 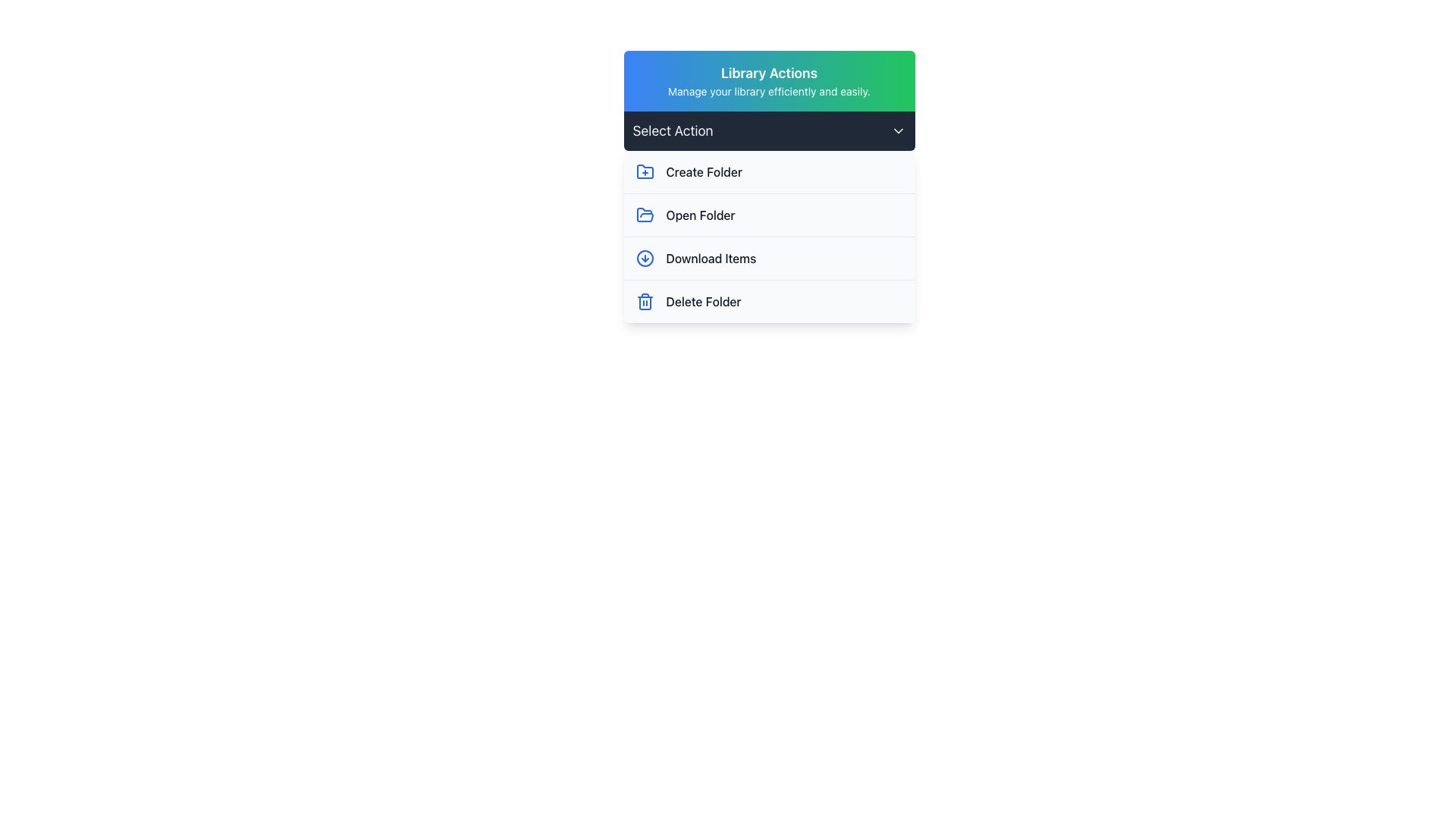 I want to click on the Text label that triggers the download functionality for items, located within the 'Library Actions' section and positioned to the right of a downward pointing arrow icon, so click(x=710, y=257).